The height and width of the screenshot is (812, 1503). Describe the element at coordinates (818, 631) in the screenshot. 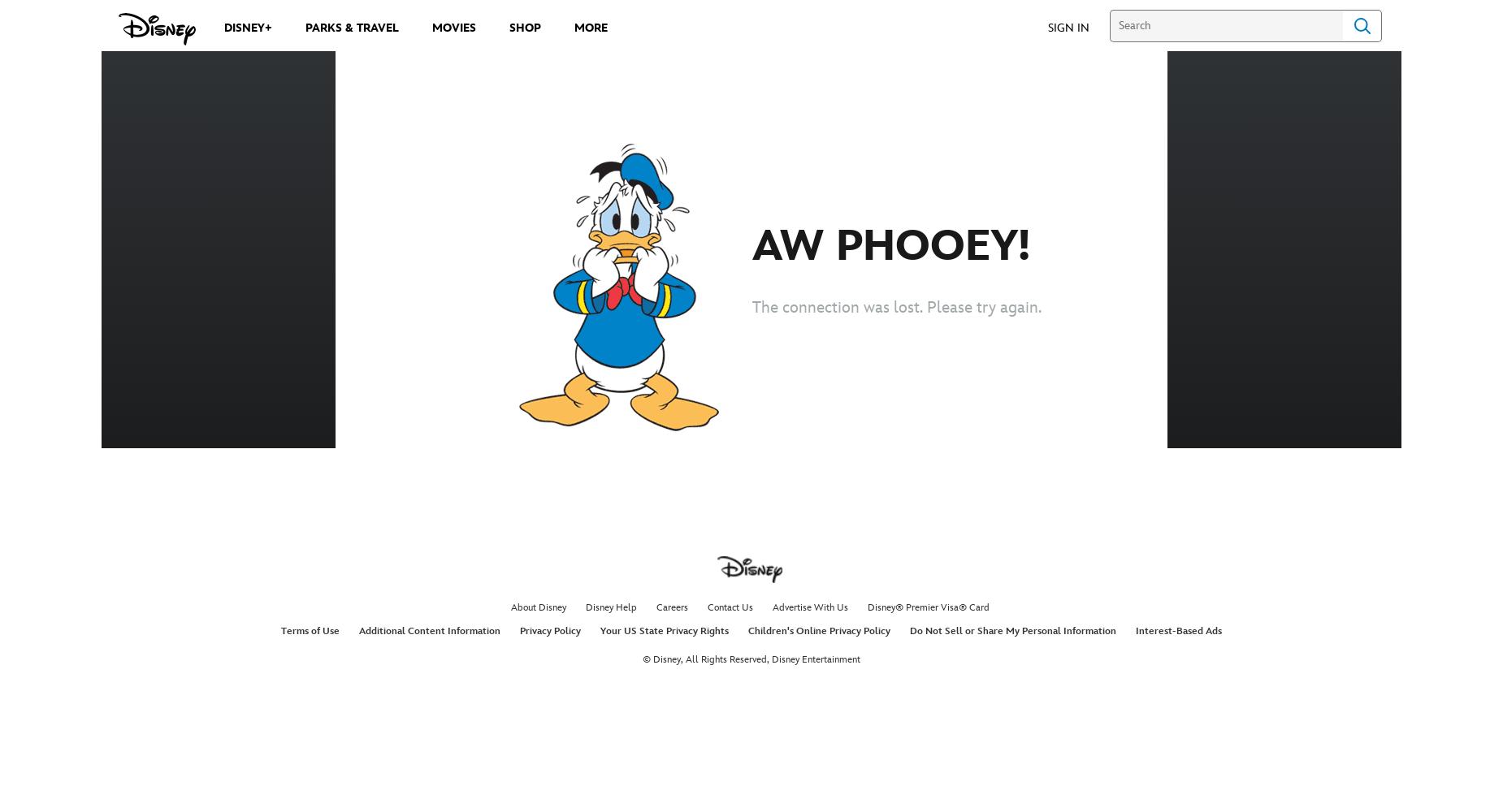

I see `'Children's Online Privacy Policy'` at that location.